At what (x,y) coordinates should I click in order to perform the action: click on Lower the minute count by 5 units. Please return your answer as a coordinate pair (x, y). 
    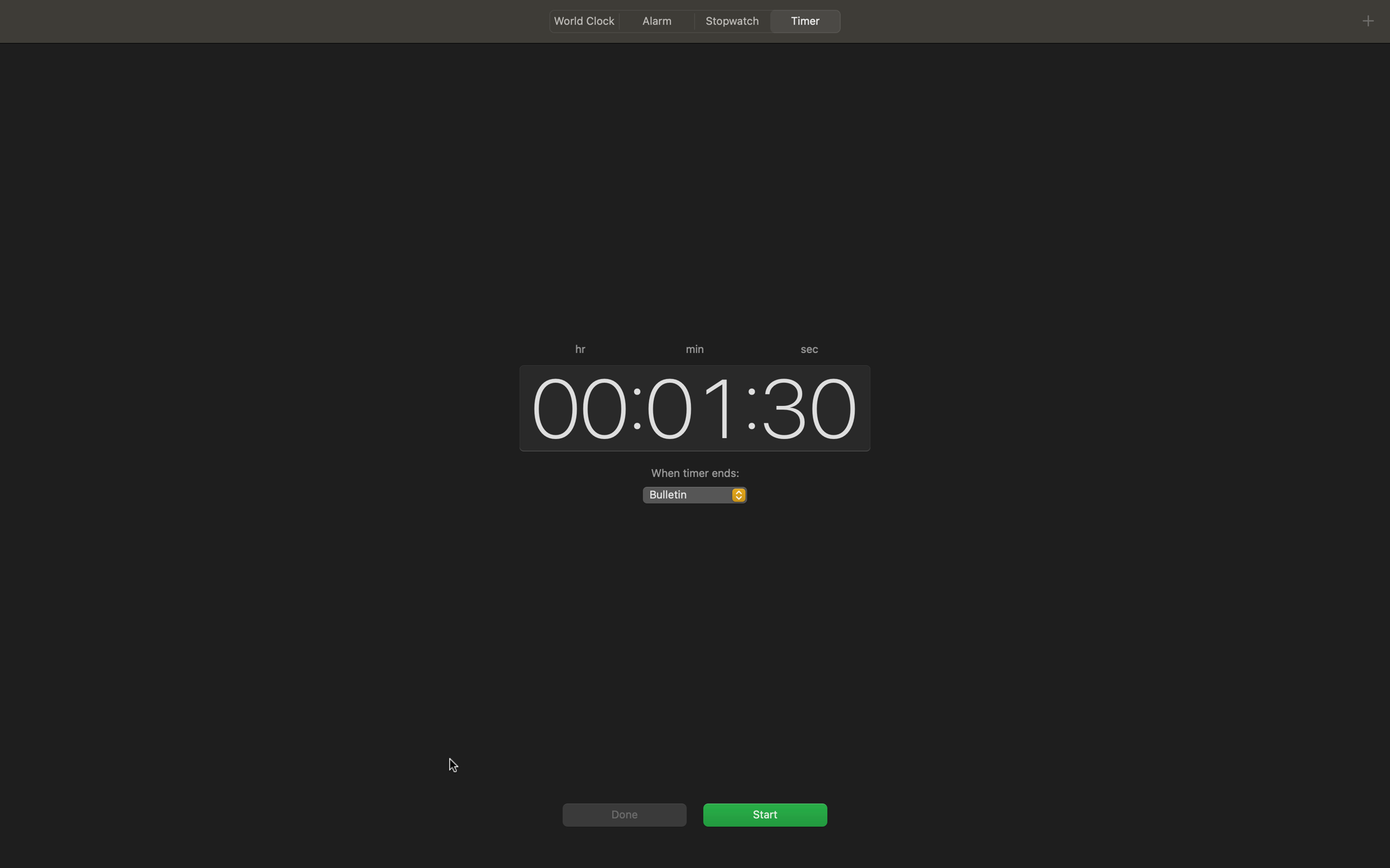
    Looking at the image, I should click on (690, 406).